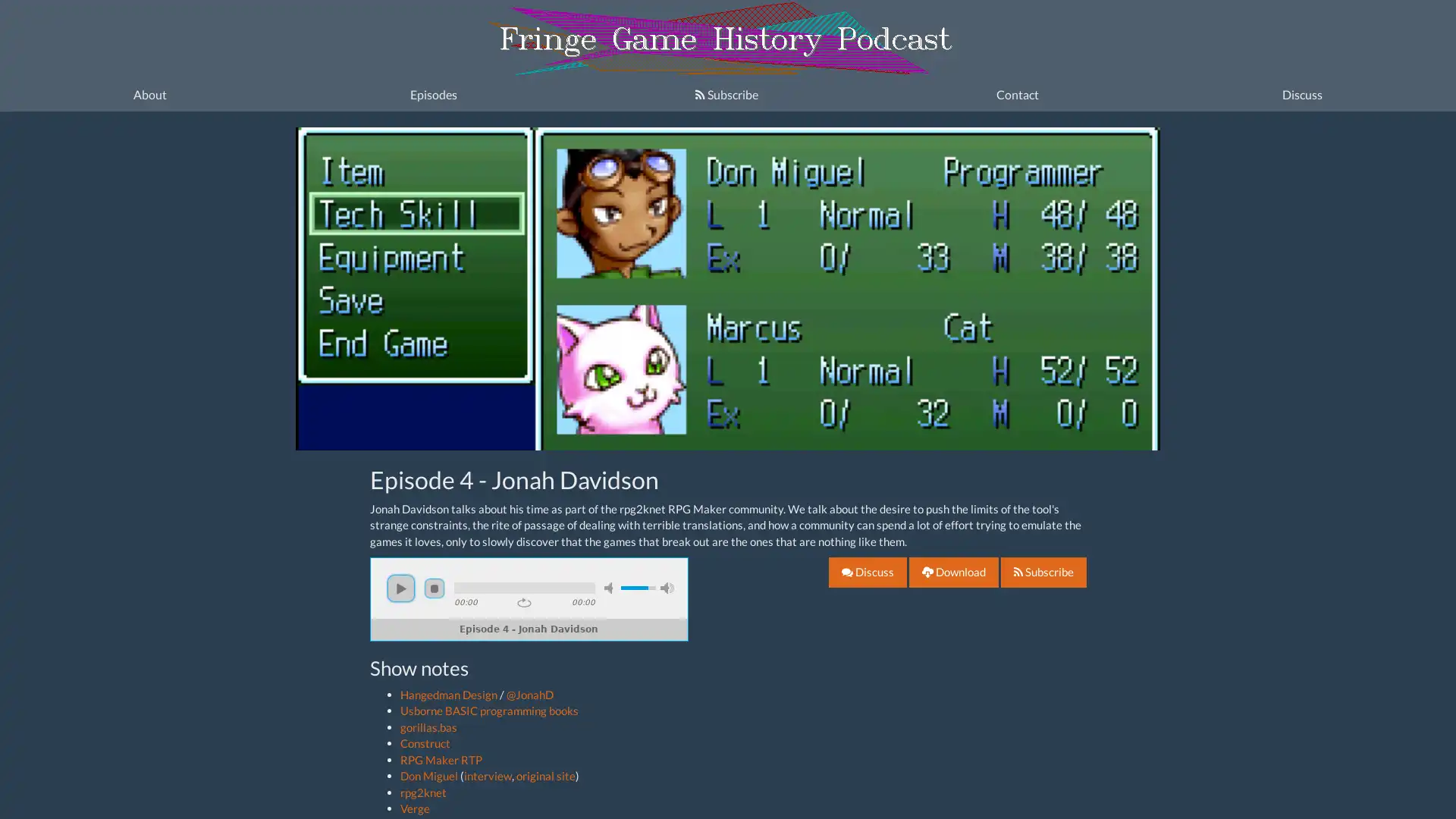 This screenshot has width=1456, height=819. Describe the element at coordinates (524, 601) in the screenshot. I see `repeat` at that location.